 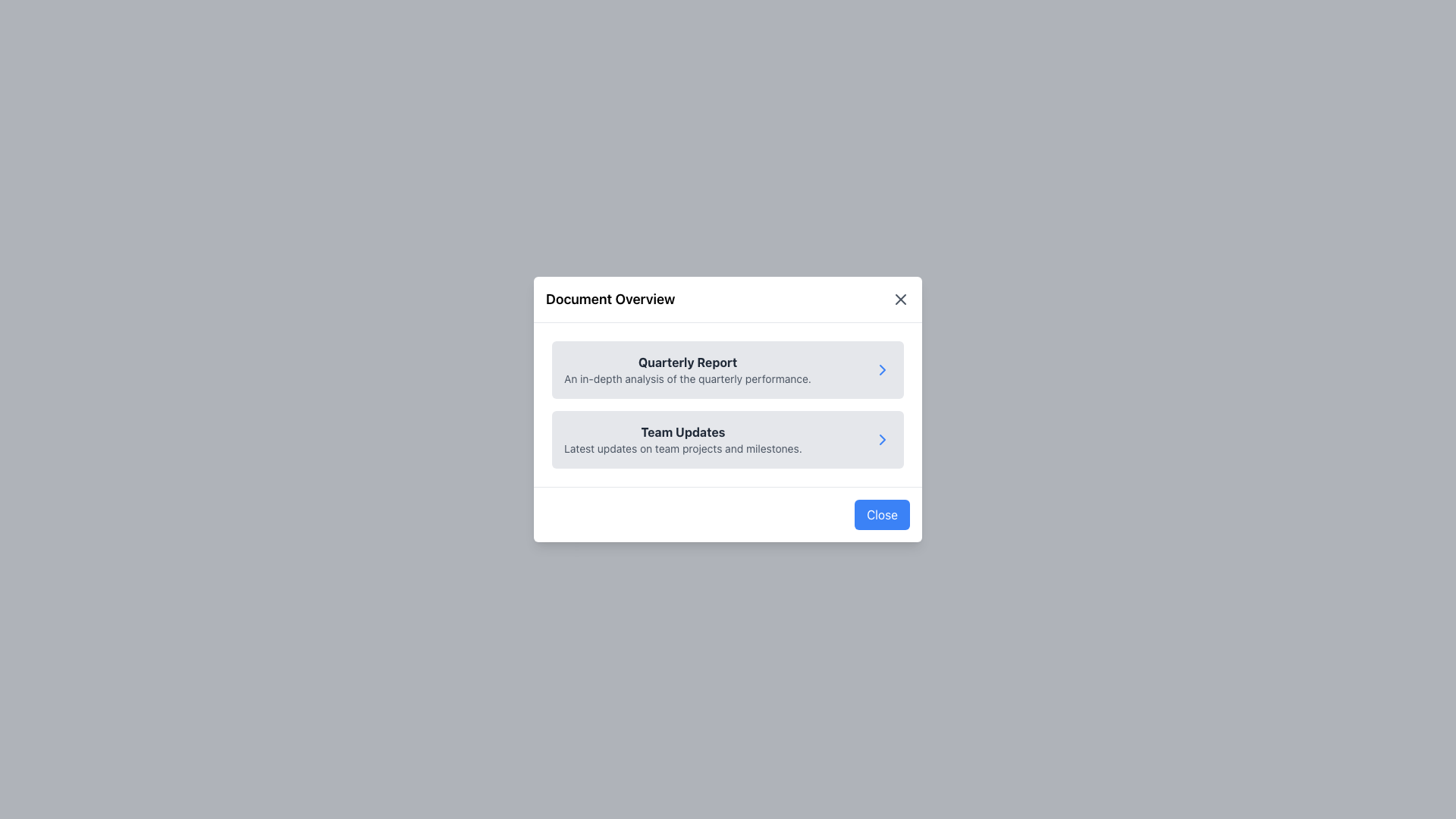 What do you see at coordinates (682, 447) in the screenshot?
I see `text from the Text Label located directly below the 'Team Updates' heading, which is styled with a smaller font size and gray color` at bounding box center [682, 447].